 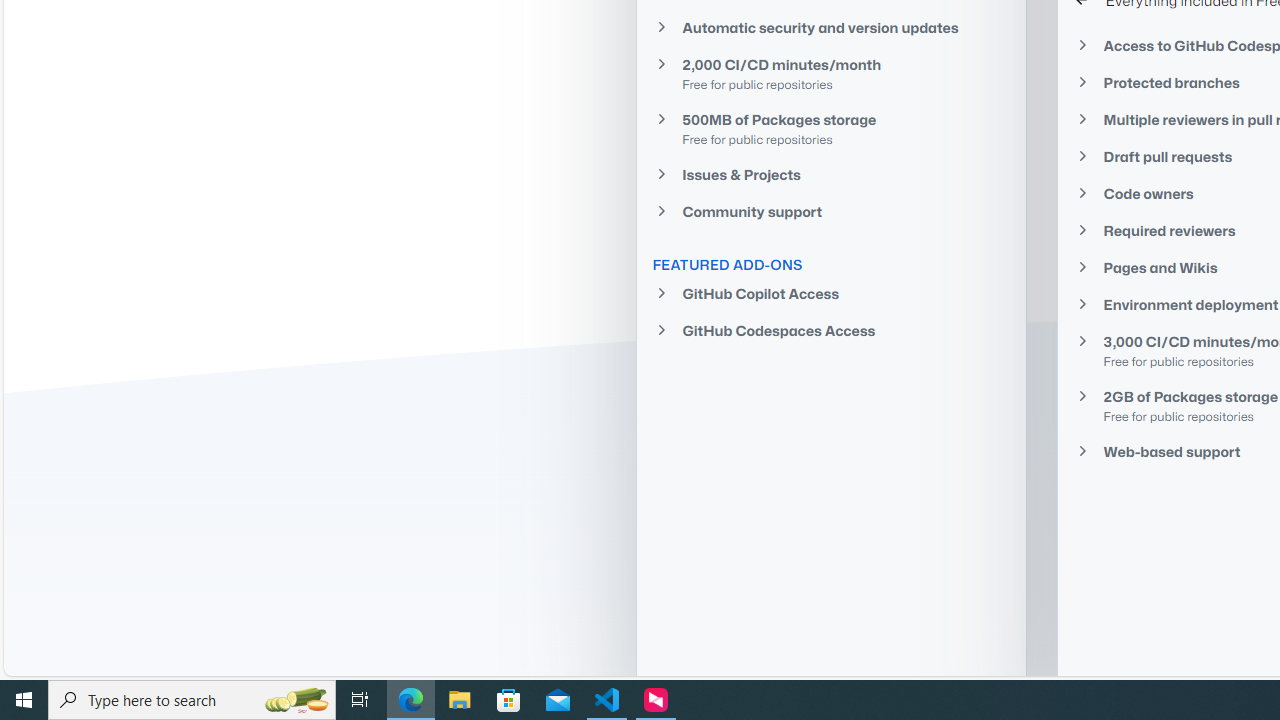 I want to click on 'GitHub Codespaces Access', so click(x=830, y=329).